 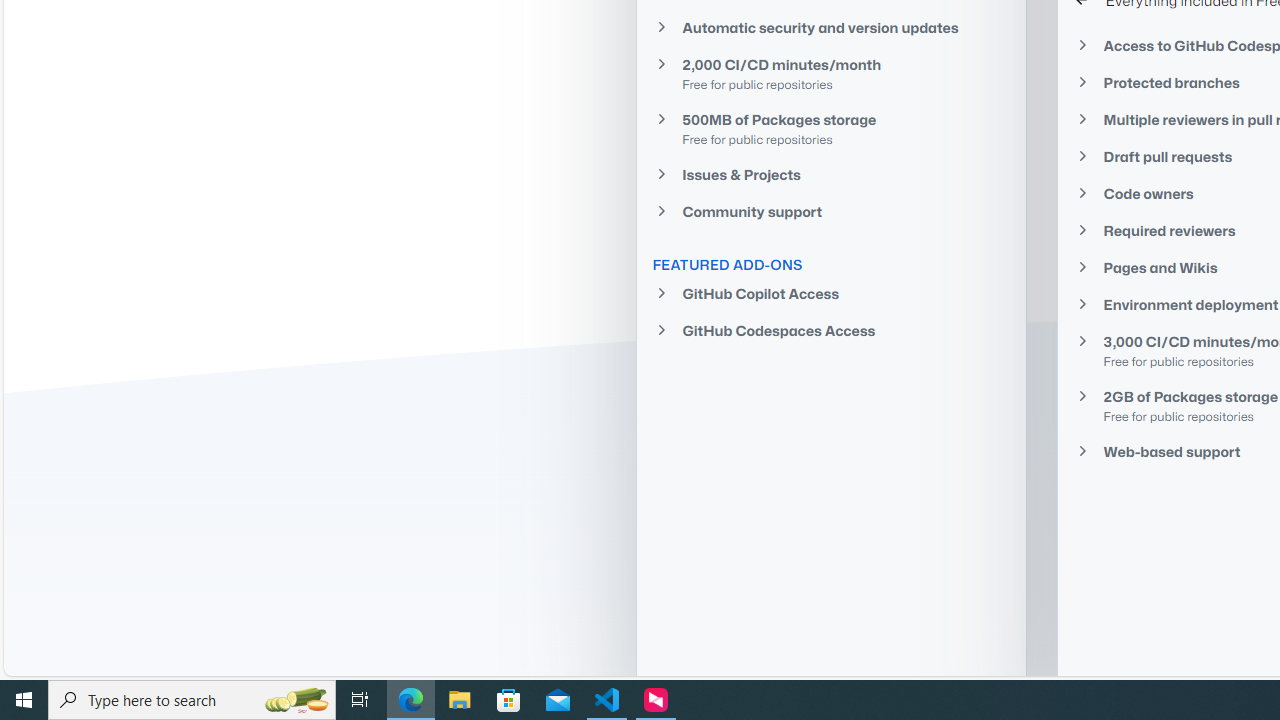 I want to click on 'GitHub Codespaces Access', so click(x=830, y=329).